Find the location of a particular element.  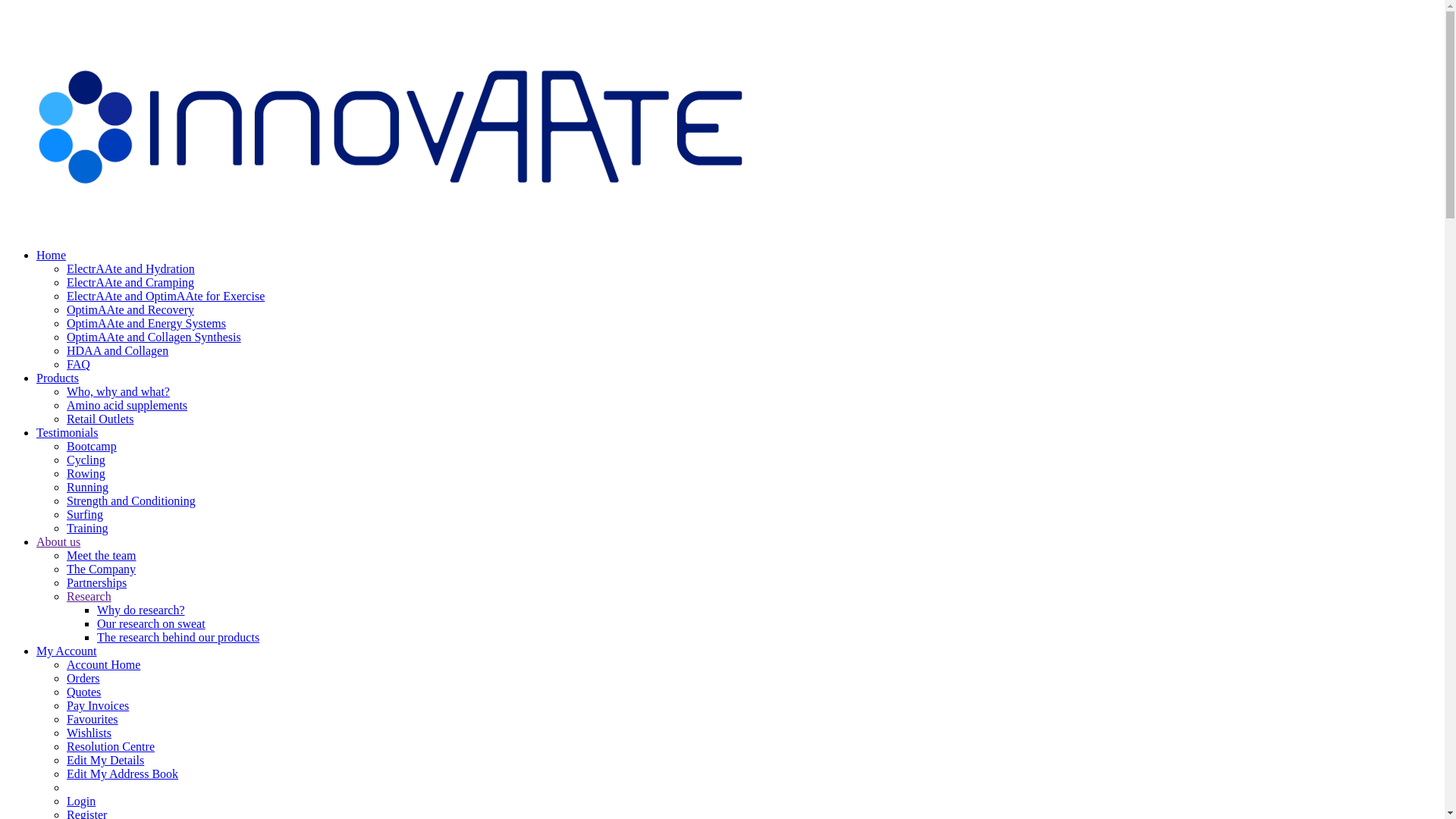

'ElectrAAte and OptimAAte for Exercise' is located at coordinates (165, 296).